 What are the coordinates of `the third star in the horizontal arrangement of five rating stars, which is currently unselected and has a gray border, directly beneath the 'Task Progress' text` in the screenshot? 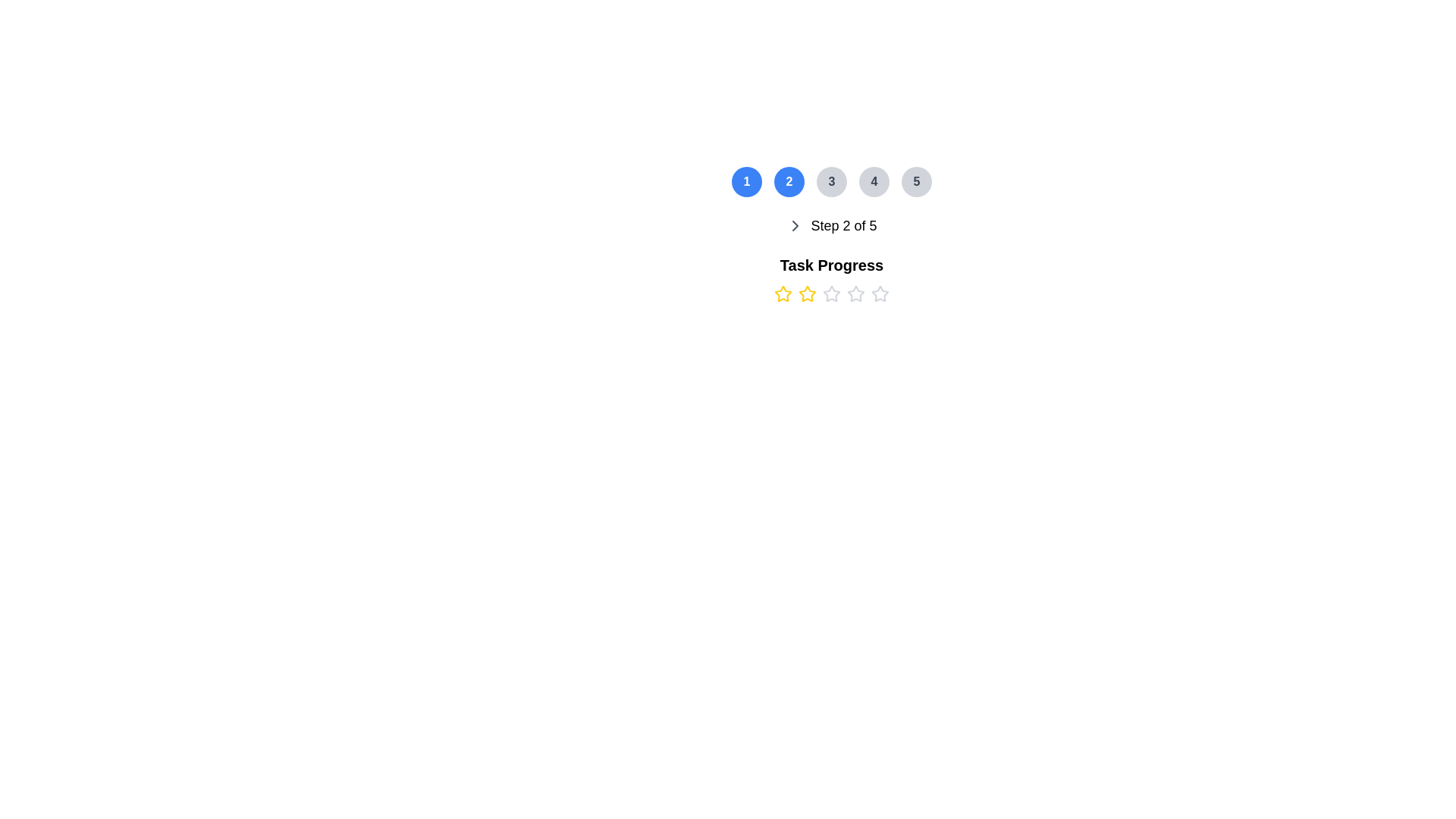 It's located at (831, 294).